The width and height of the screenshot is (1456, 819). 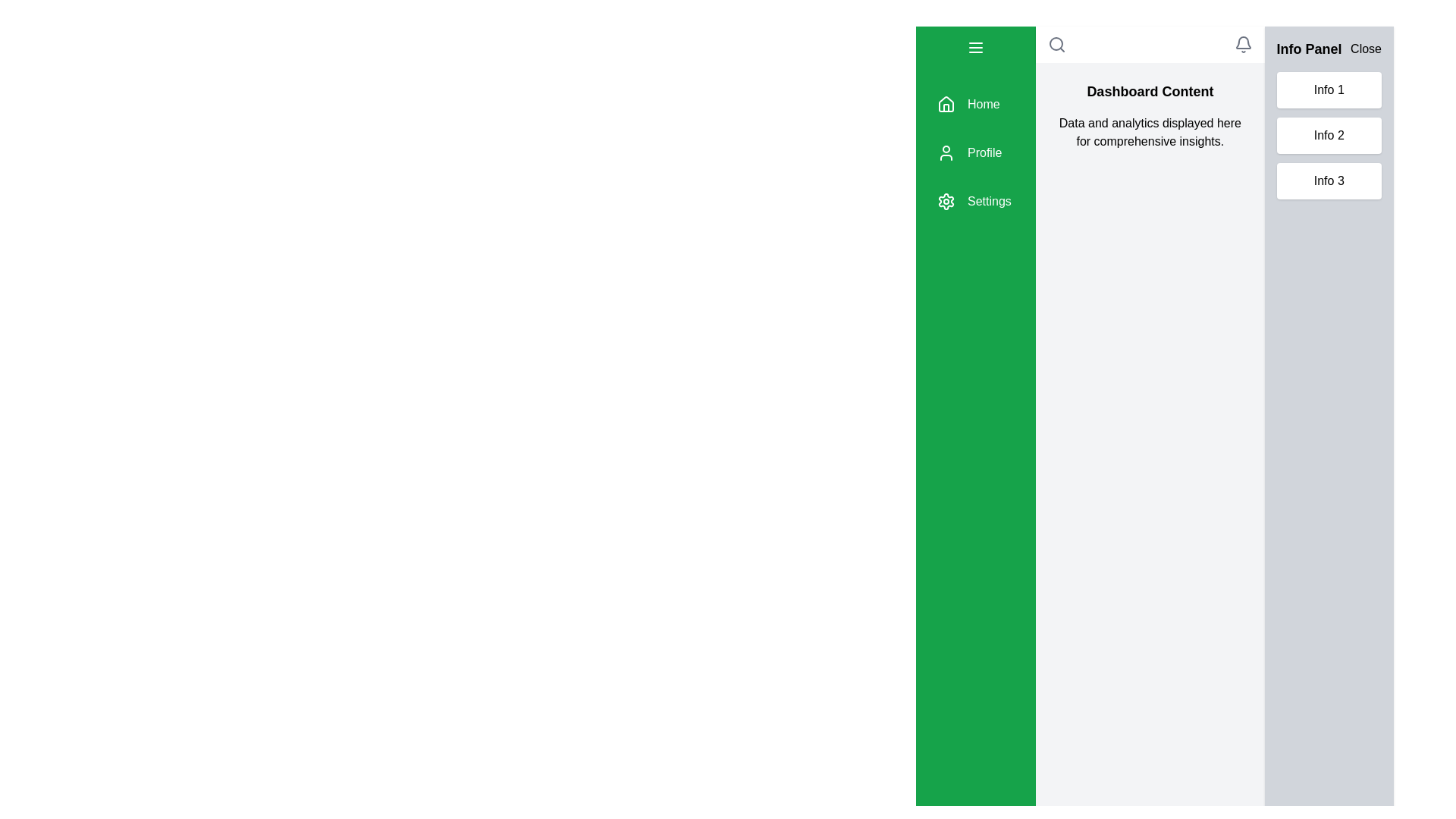 What do you see at coordinates (984, 104) in the screenshot?
I see `the 'Home' text label, which is styled with white text on a green background, located at the top of the left sidebar navigation list` at bounding box center [984, 104].